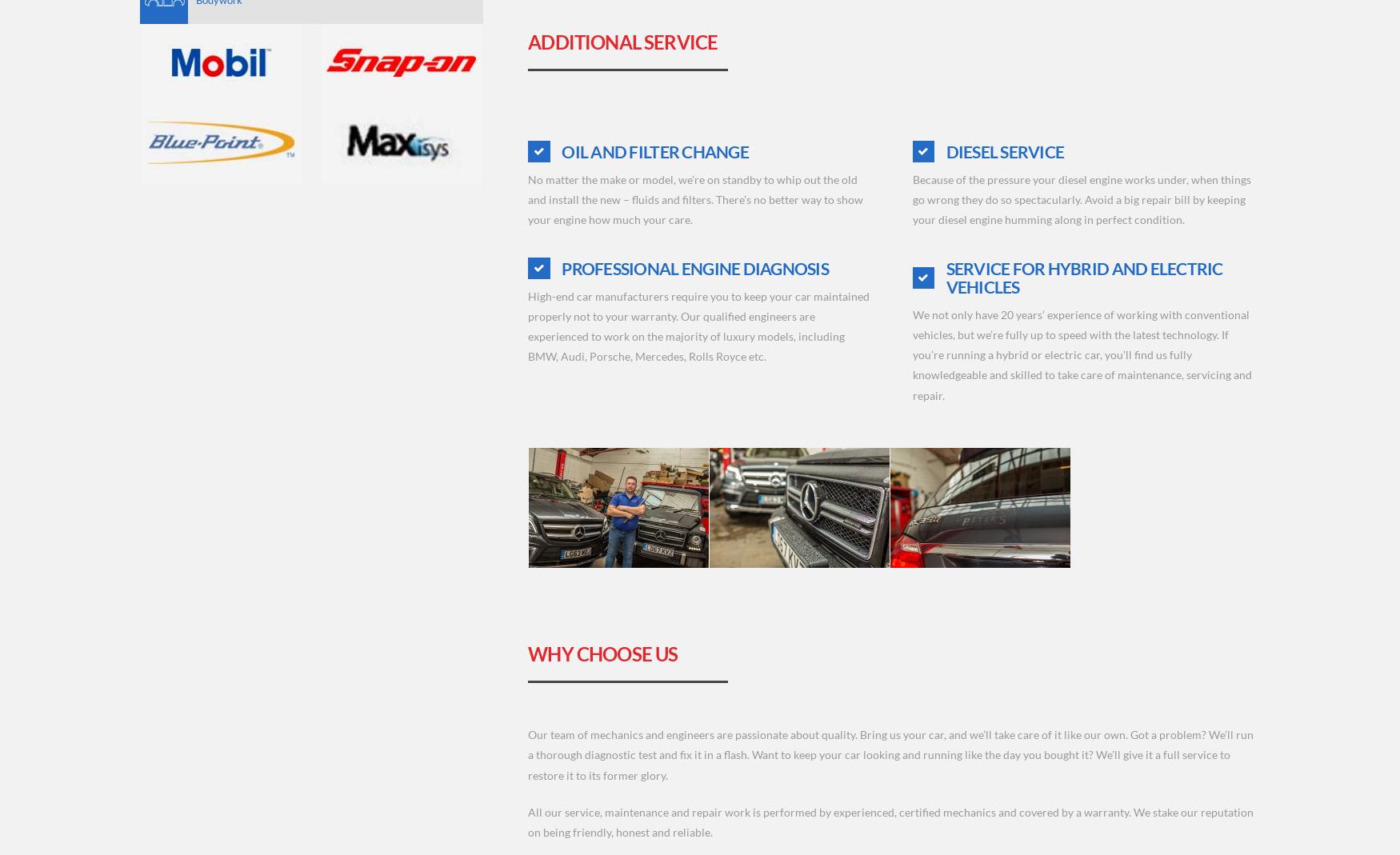 The height and width of the screenshot is (855, 1400). Describe the element at coordinates (1081, 198) in the screenshot. I see `'Because of the pressure your diesel engine works under, when things go wrong they do so spectacularly. Avoid a big repair bill by keeping your diesel engine humming along in perfect condition.'` at that location.